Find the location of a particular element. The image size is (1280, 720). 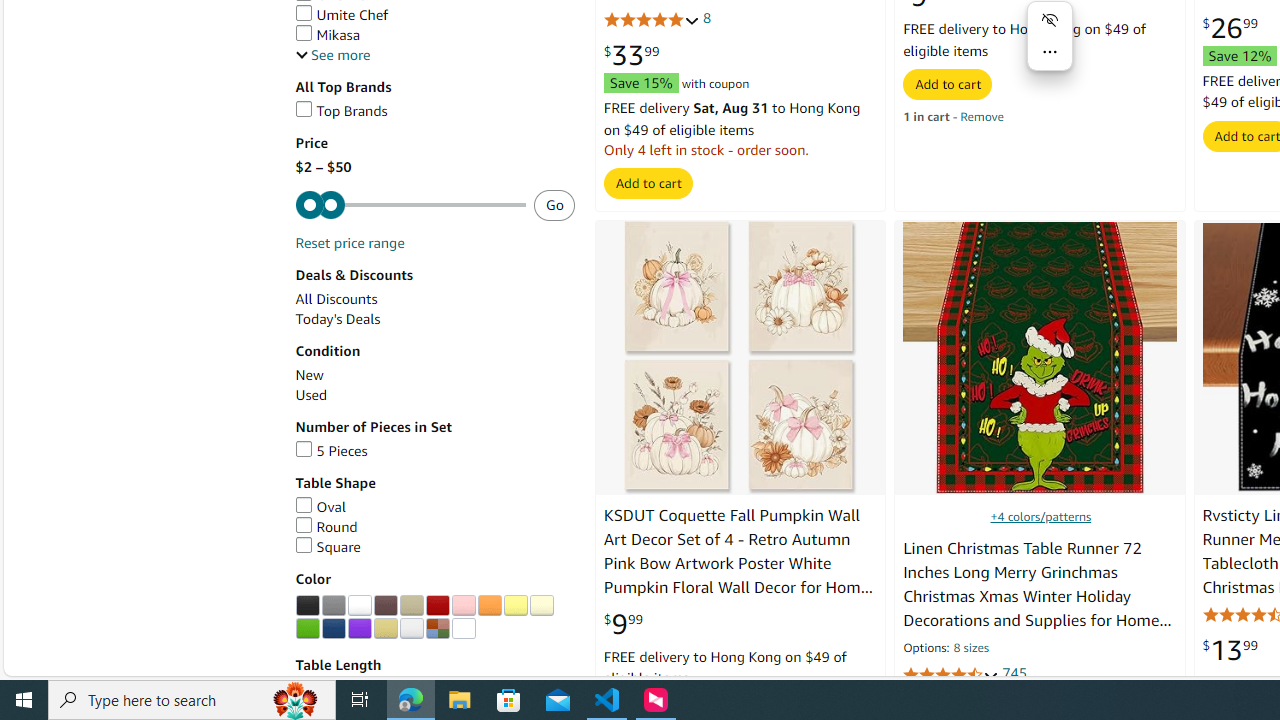

'Grey' is located at coordinates (333, 604).